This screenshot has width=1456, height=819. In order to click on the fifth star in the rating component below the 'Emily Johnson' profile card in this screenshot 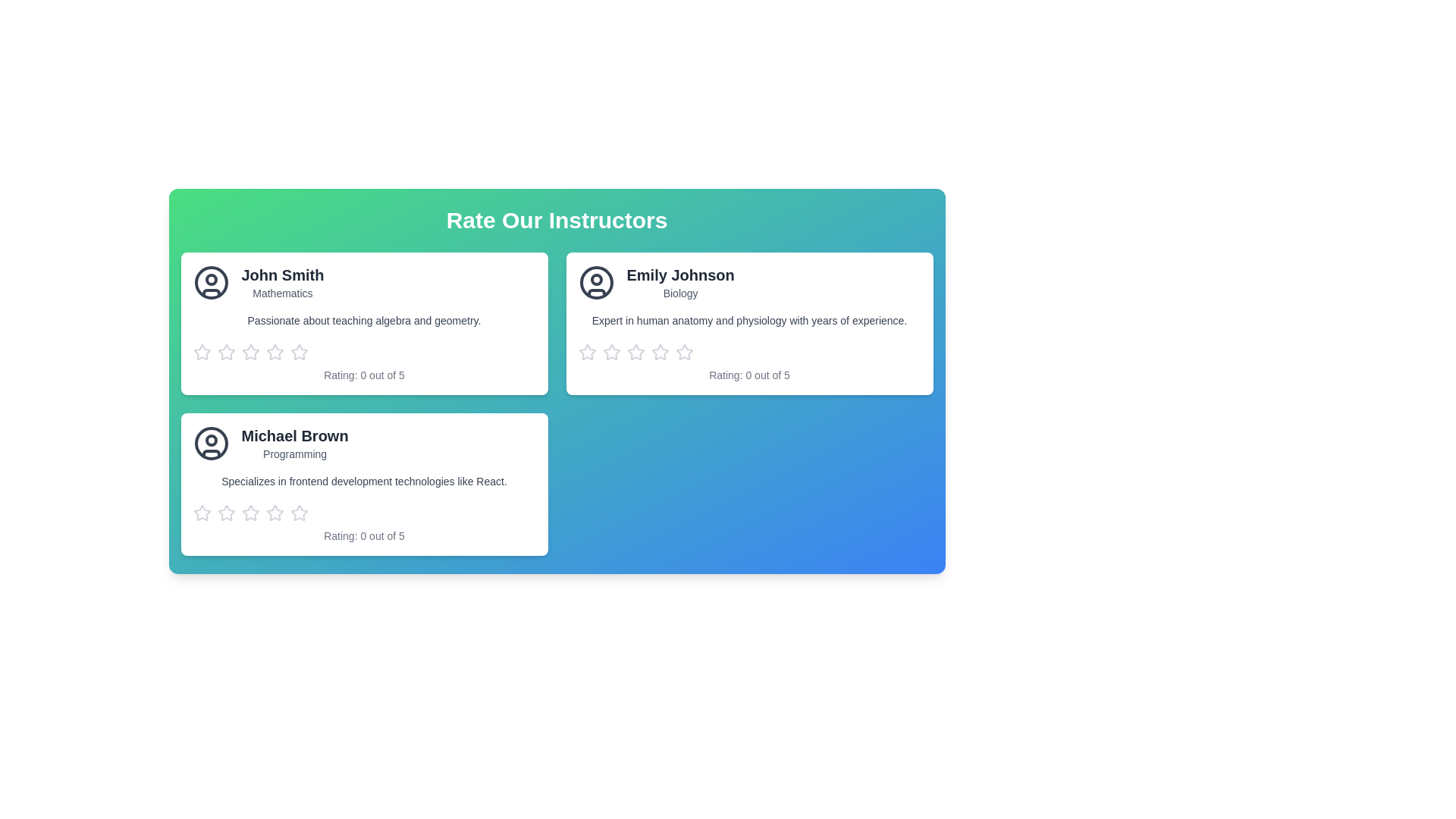, I will do `click(683, 353)`.